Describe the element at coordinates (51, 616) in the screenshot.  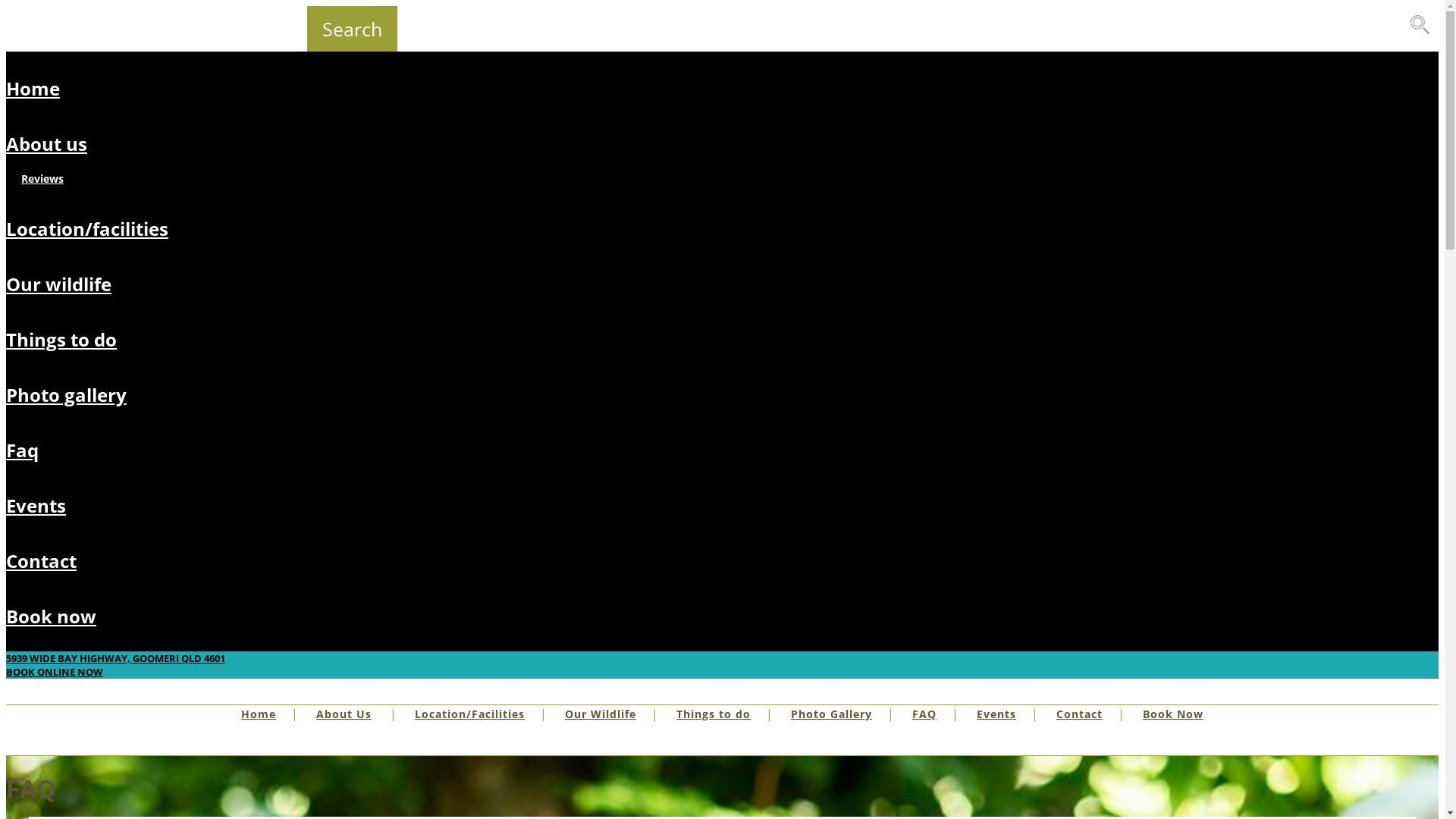
I see `'book now'` at that location.